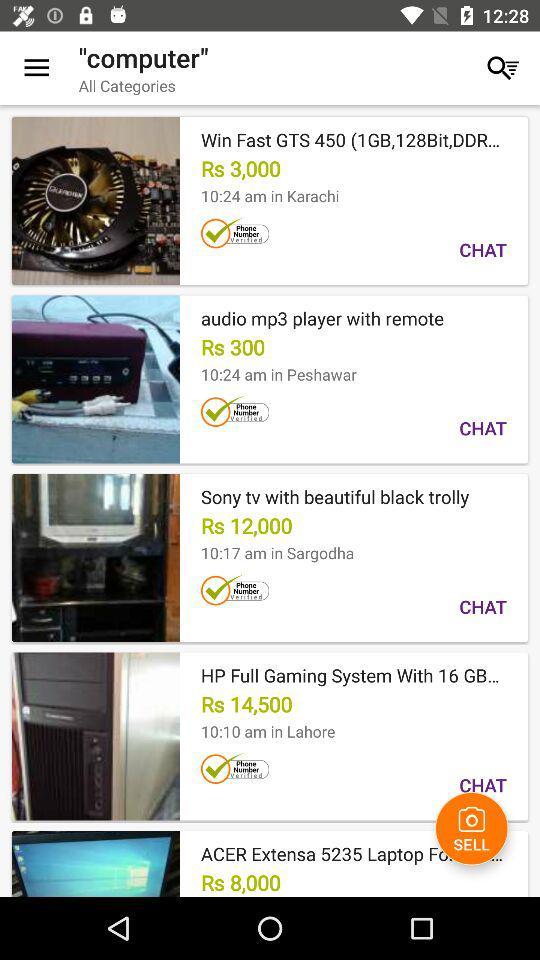 This screenshot has width=540, height=960. What do you see at coordinates (36, 68) in the screenshot?
I see `the item next to "computer" icon` at bounding box center [36, 68].